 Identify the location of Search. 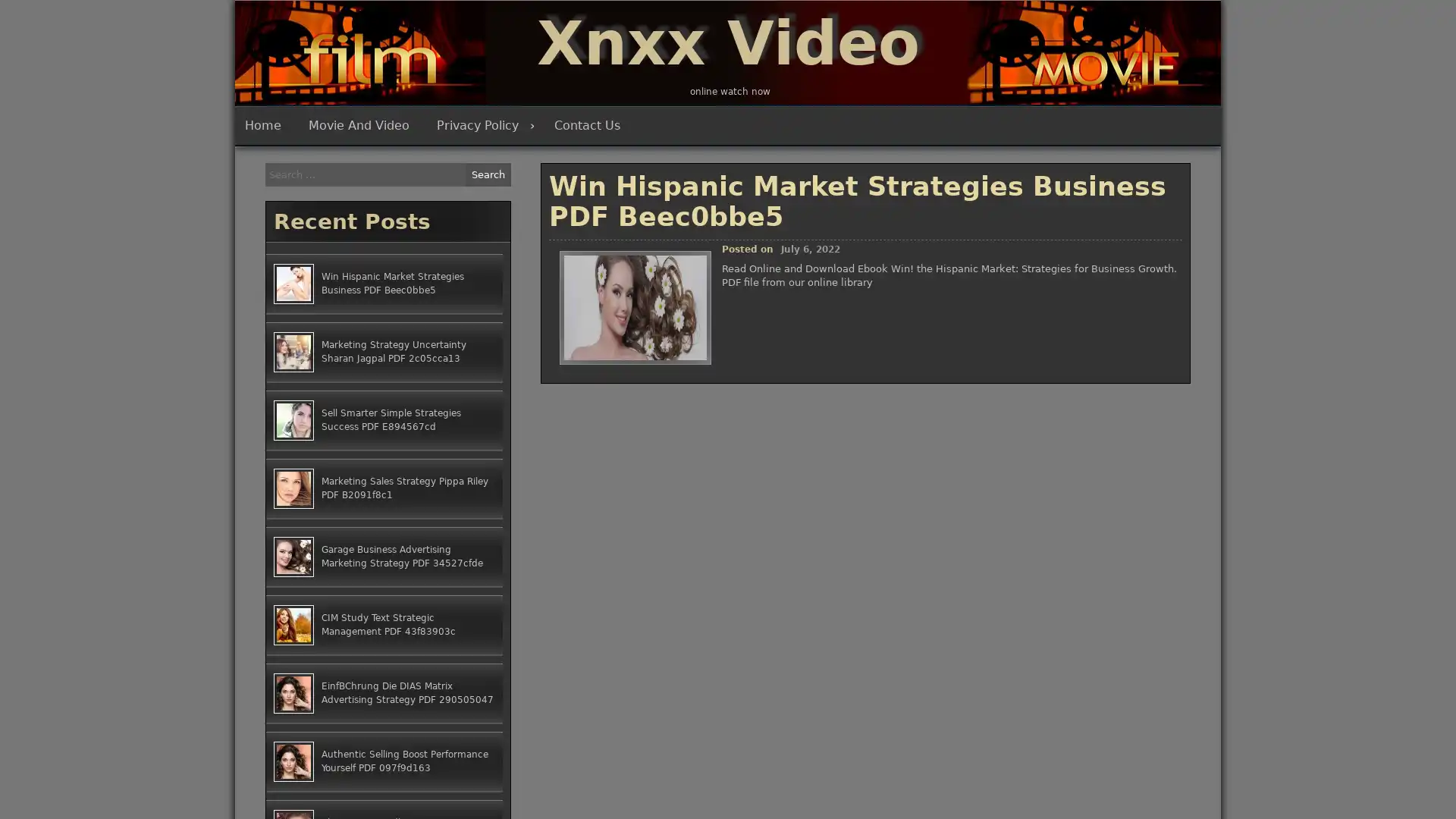
(488, 174).